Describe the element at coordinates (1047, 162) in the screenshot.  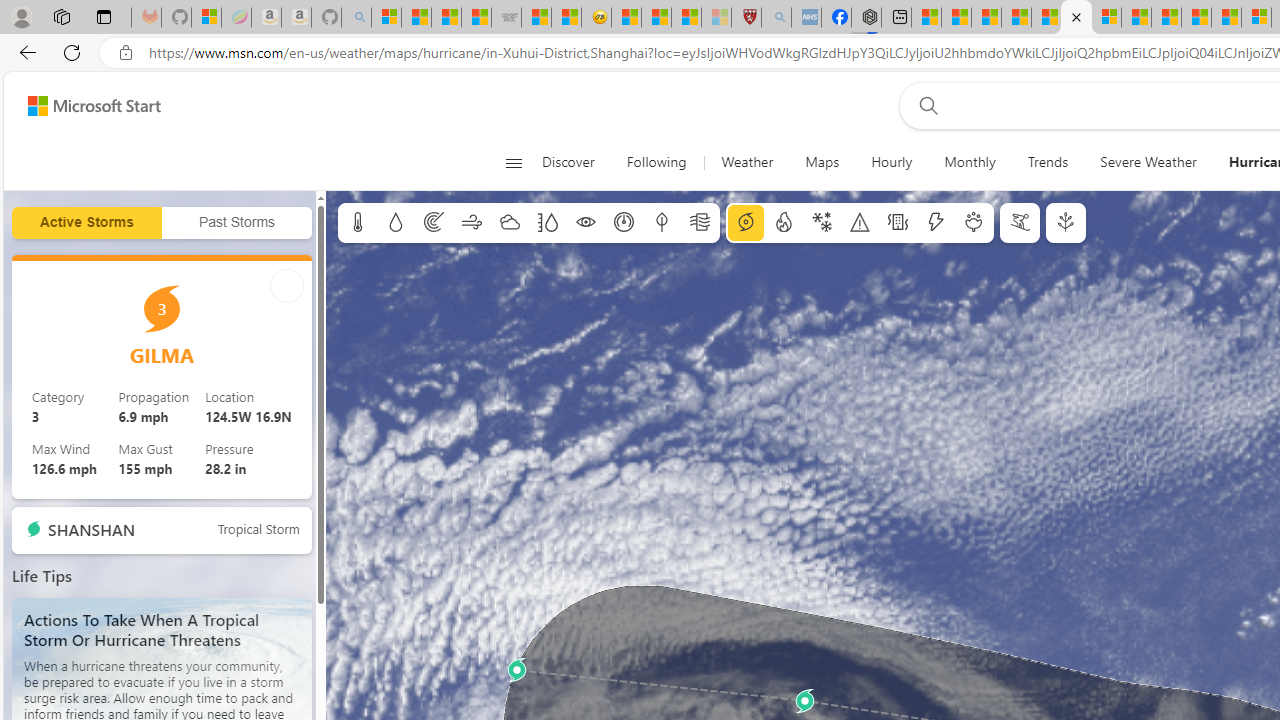
I see `'Trends'` at that location.